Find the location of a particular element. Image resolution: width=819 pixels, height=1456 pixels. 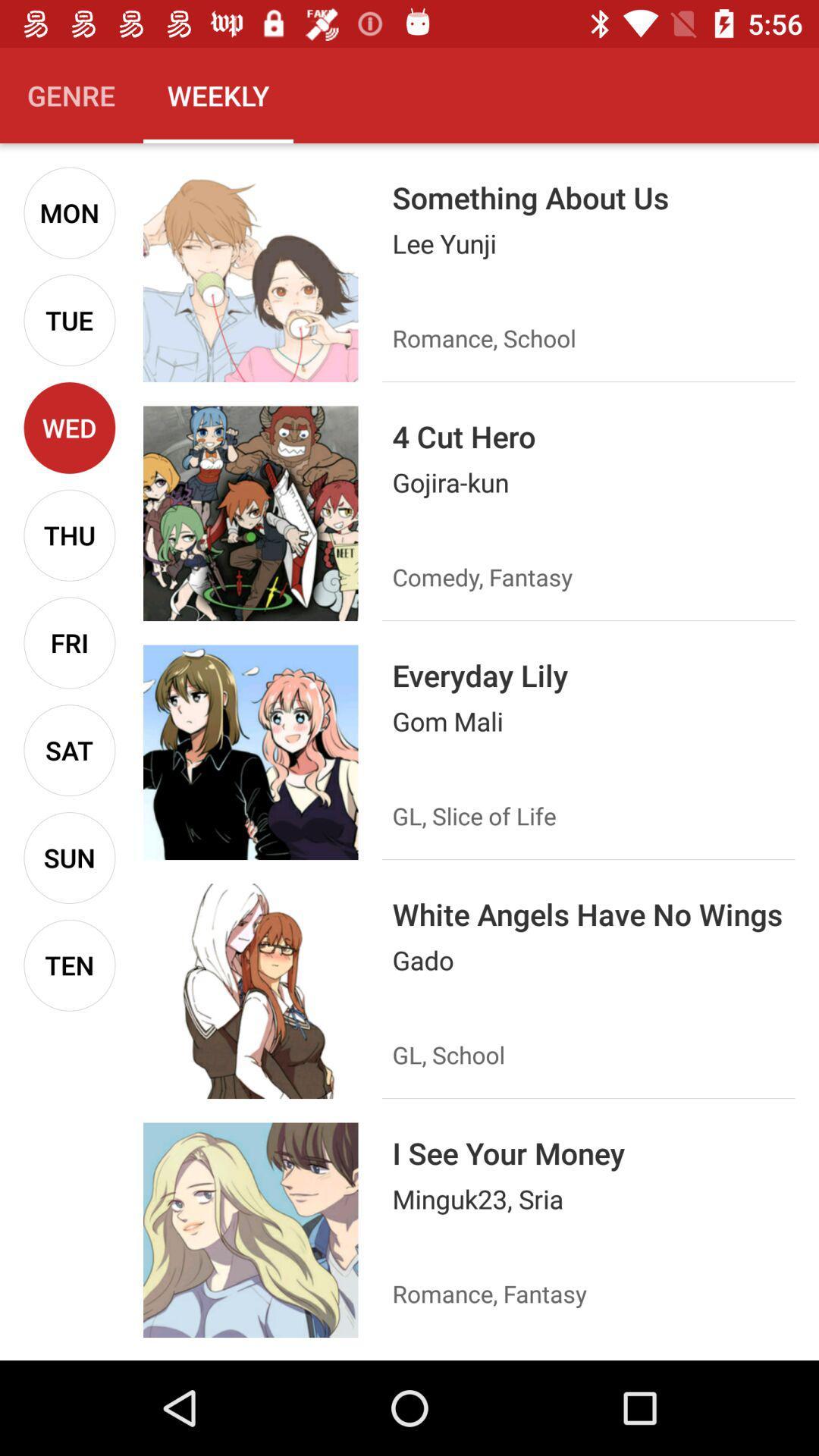

the icon below sat icon is located at coordinates (69, 858).